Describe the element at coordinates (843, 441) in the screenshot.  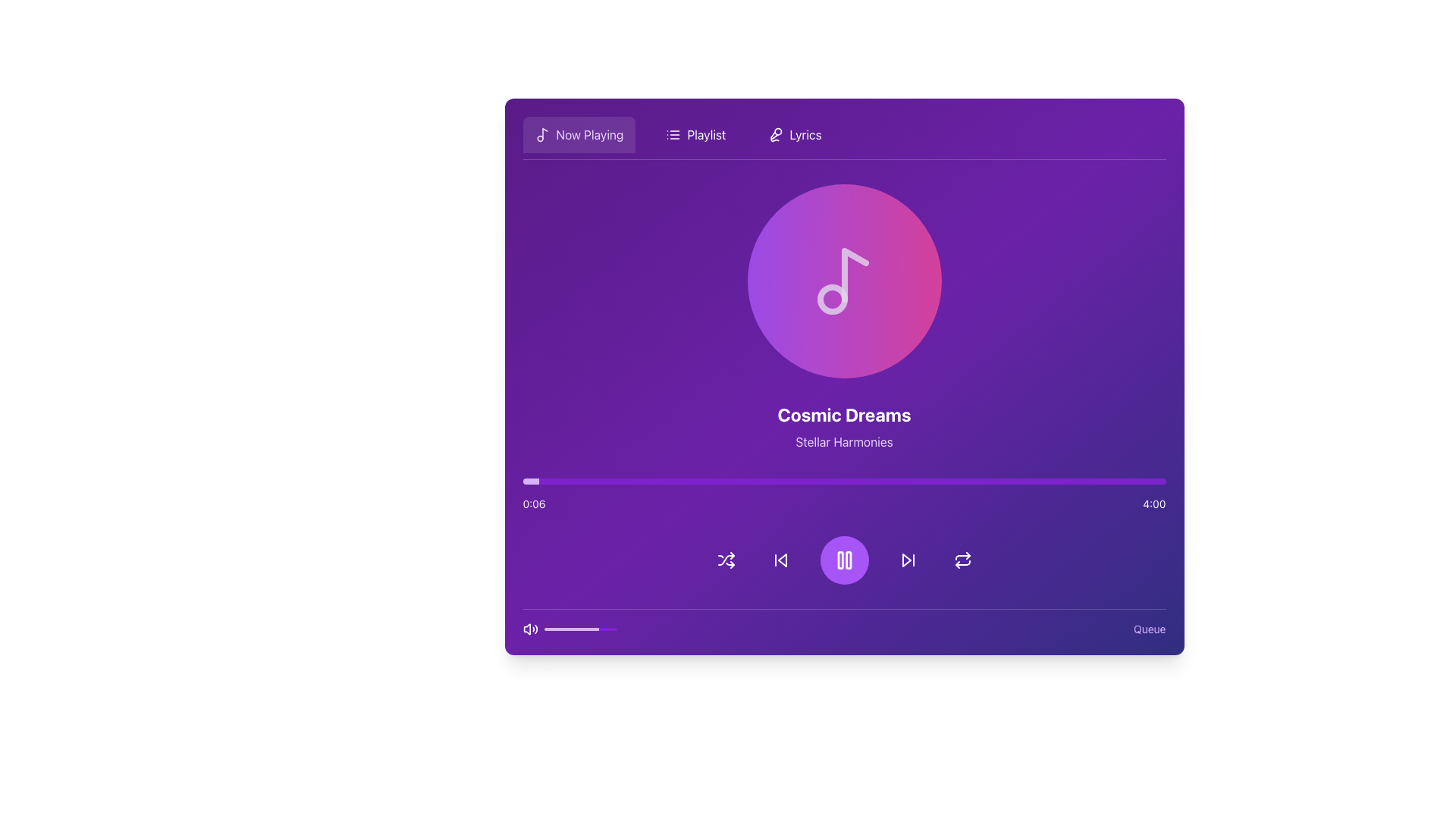
I see `the text label that serves as a subtitle under 'Cosmic Dreams' for reading or selection` at that location.